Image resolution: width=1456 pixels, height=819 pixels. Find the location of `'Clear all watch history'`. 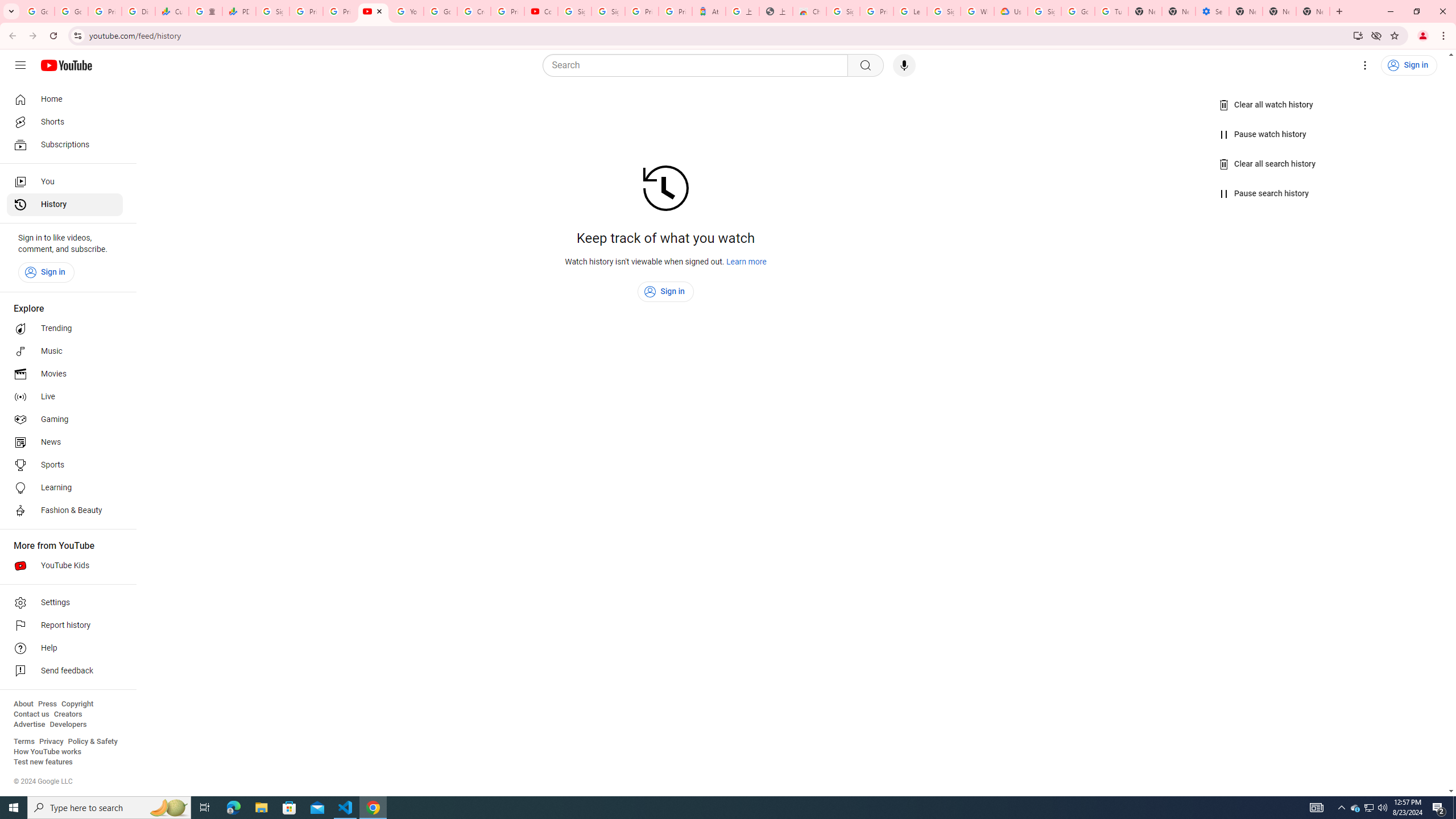

'Clear all watch history' is located at coordinates (1266, 105).